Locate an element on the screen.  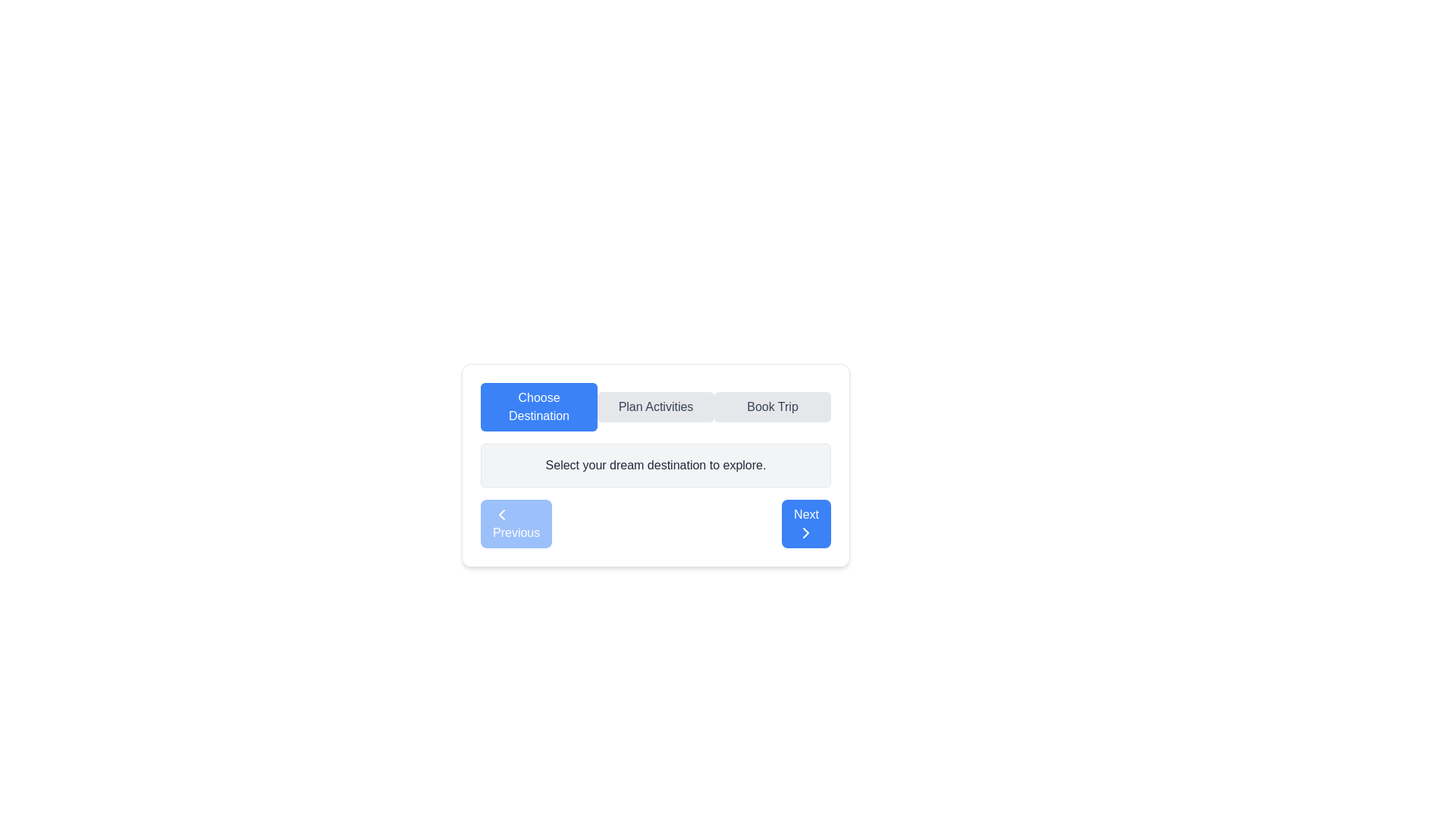
the selection button located on the left side of the row of buttons is located at coordinates (538, 406).